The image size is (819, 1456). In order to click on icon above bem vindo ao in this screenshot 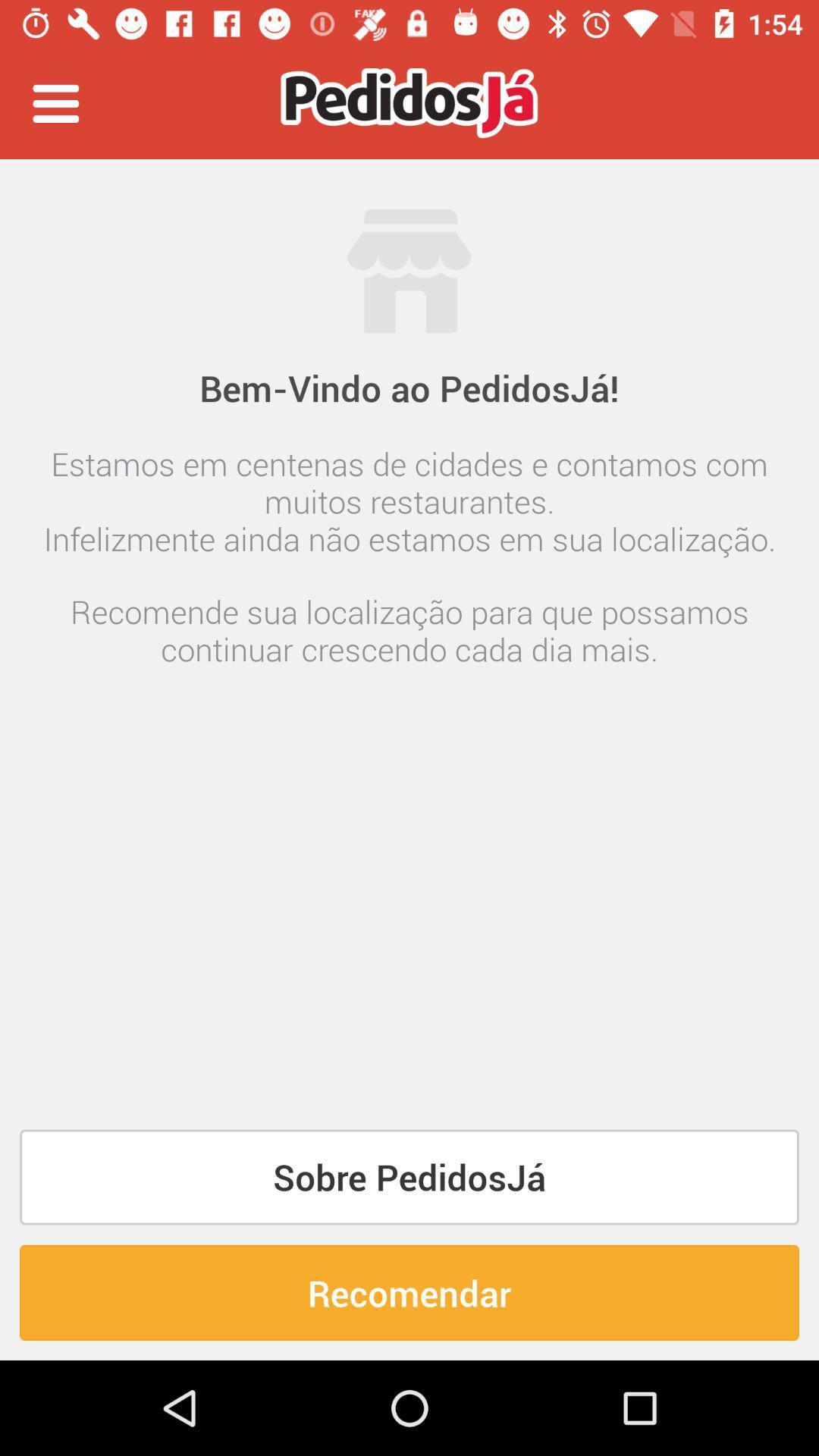, I will do `click(409, 200)`.